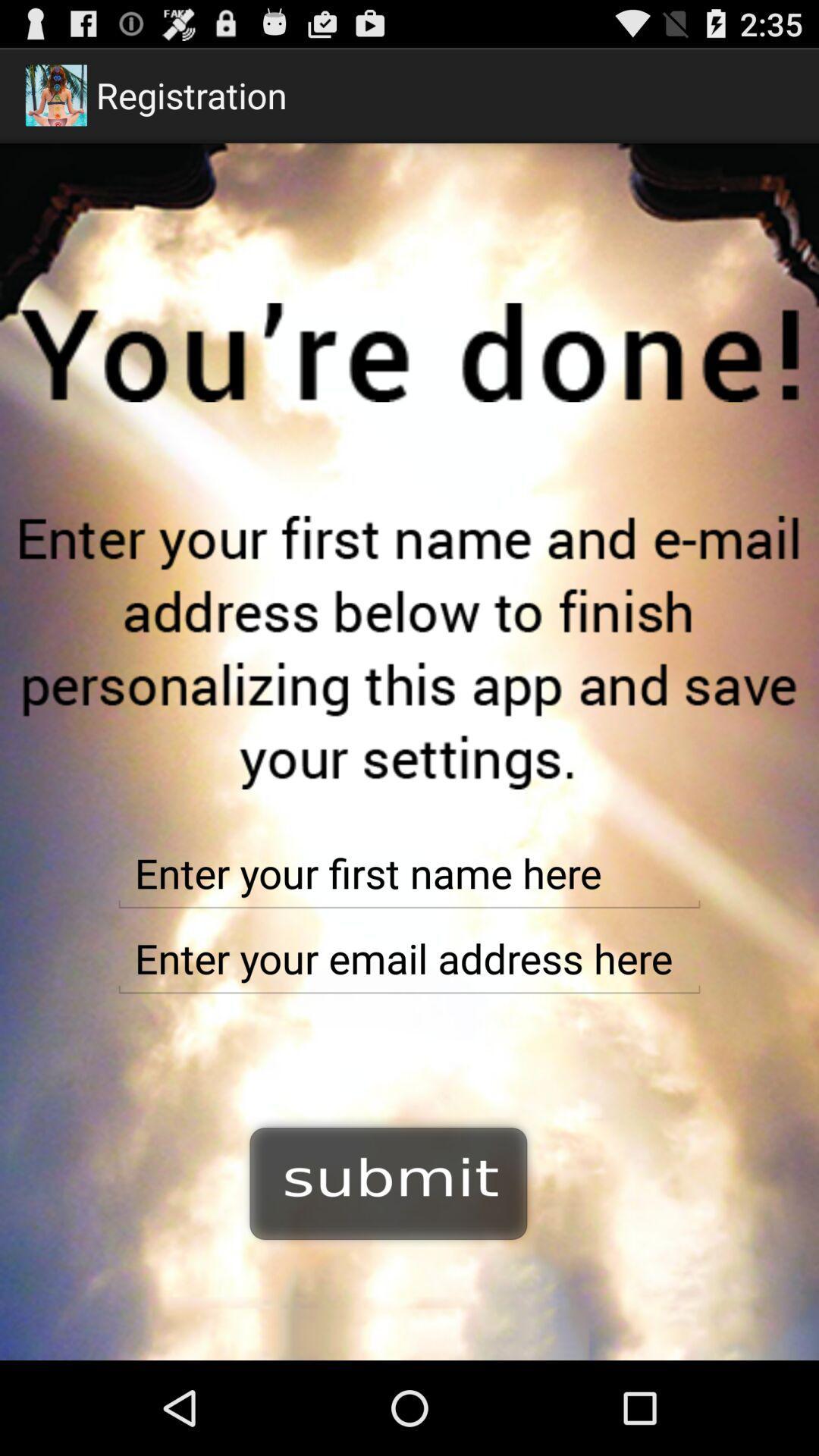 This screenshot has height=1456, width=819. I want to click on submit box, so click(388, 1181).